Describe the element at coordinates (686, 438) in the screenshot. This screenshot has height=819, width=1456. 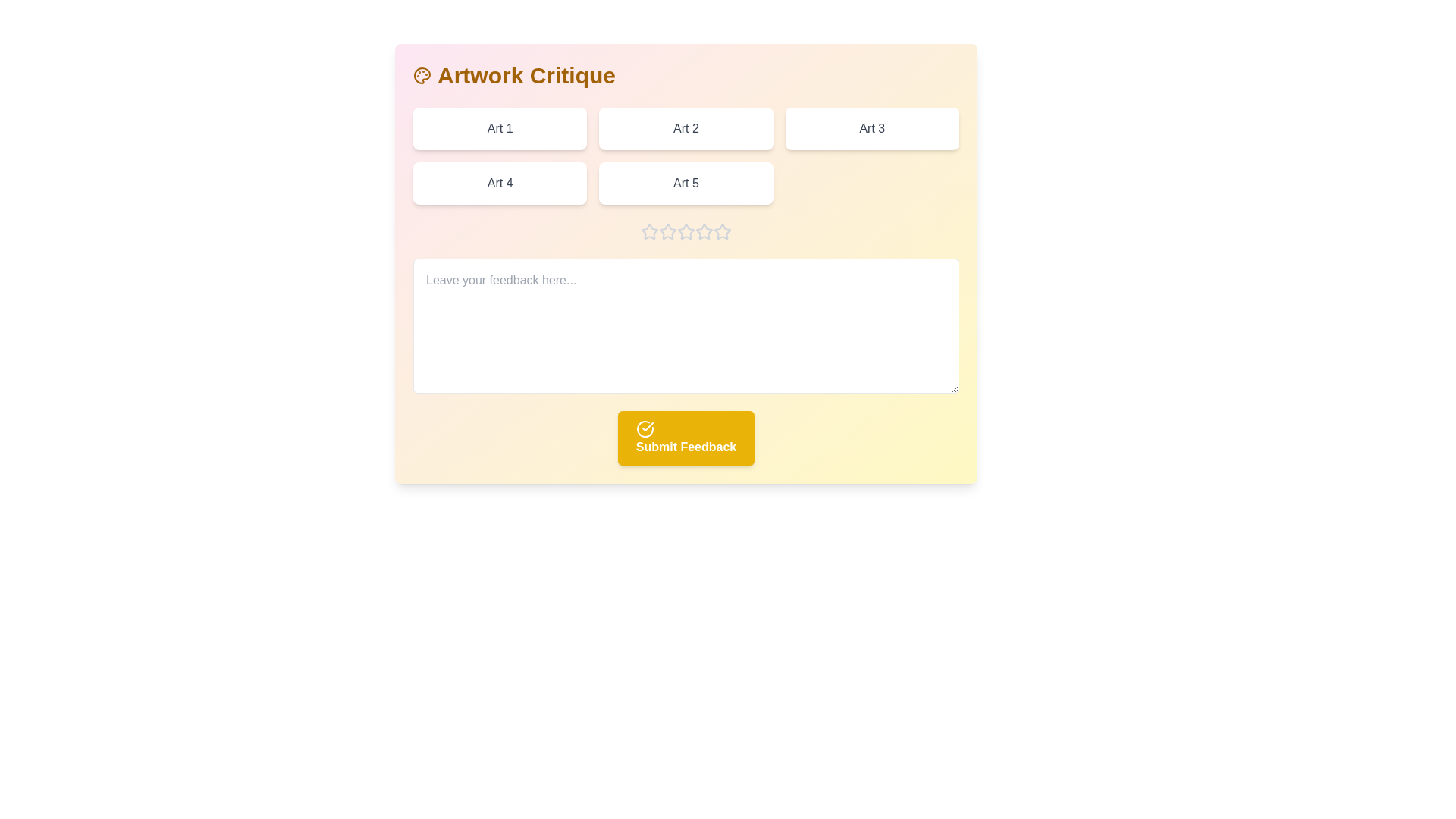
I see `the 'Submit Feedback' button to submit the feedback` at that location.